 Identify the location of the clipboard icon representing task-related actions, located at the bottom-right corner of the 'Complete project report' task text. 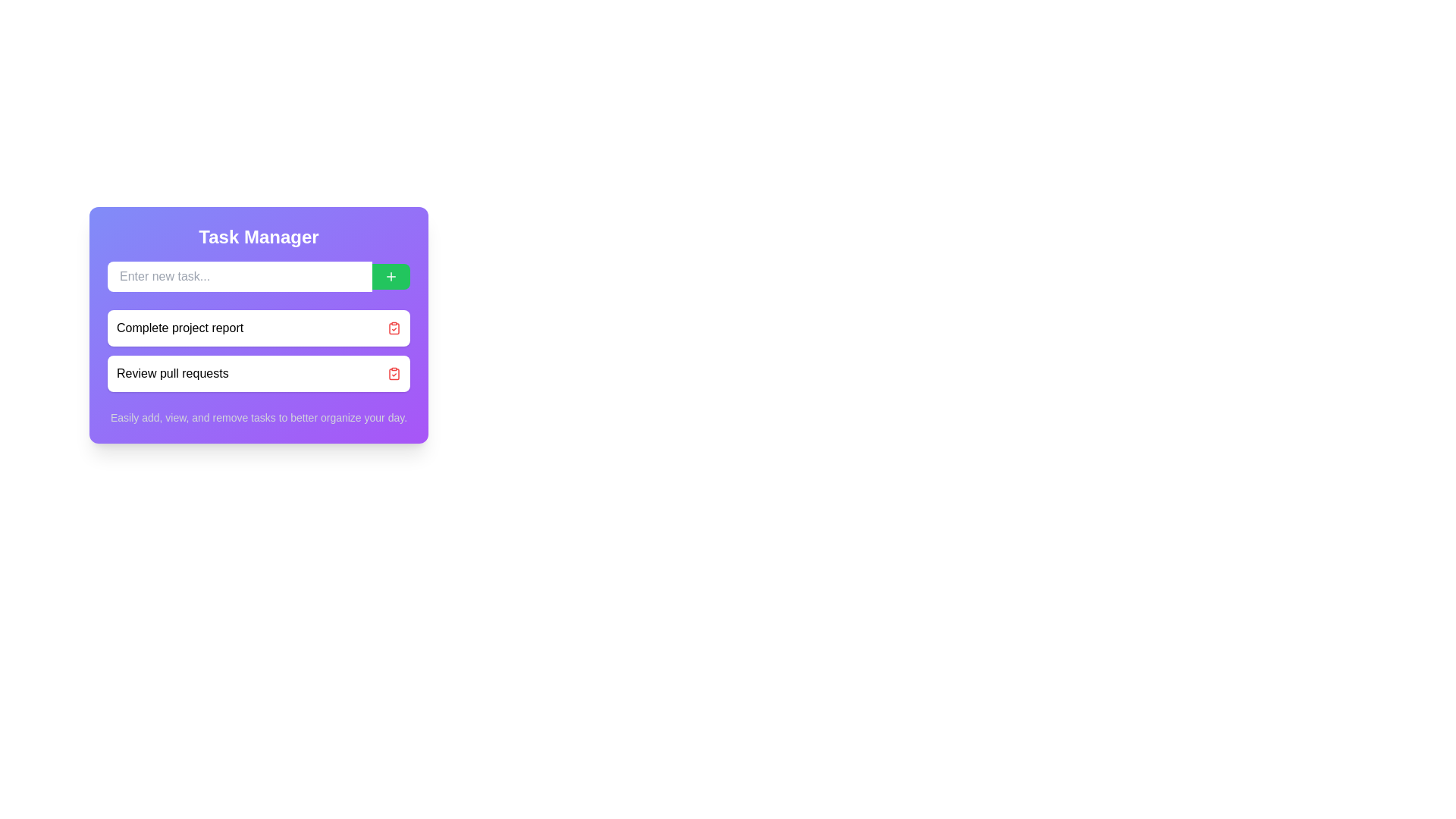
(394, 374).